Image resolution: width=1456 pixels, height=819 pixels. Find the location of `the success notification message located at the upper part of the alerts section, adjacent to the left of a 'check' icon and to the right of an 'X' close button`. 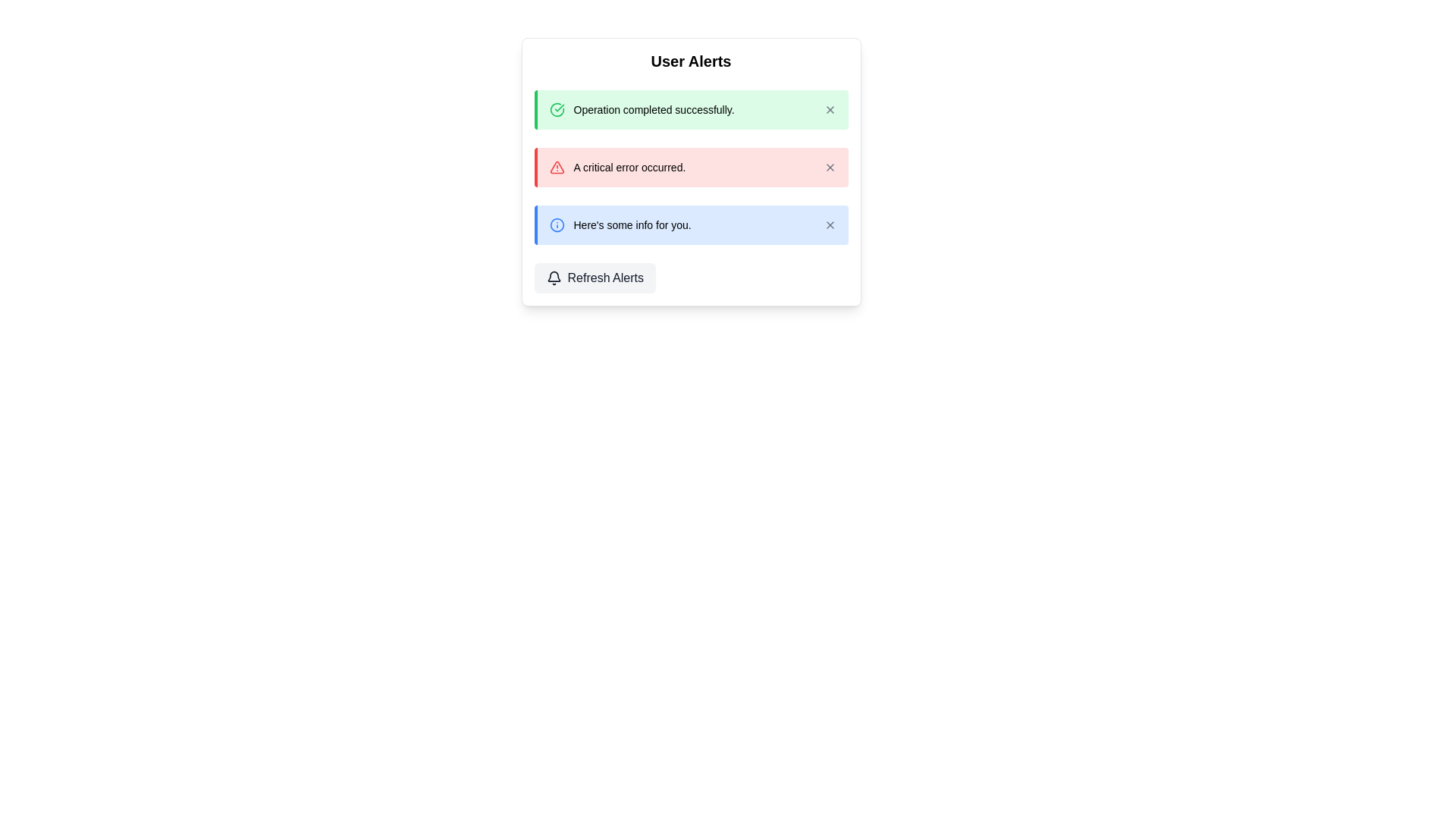

the success notification message located at the upper part of the alerts section, adjacent to the left of a 'check' icon and to the right of an 'X' close button is located at coordinates (654, 109).